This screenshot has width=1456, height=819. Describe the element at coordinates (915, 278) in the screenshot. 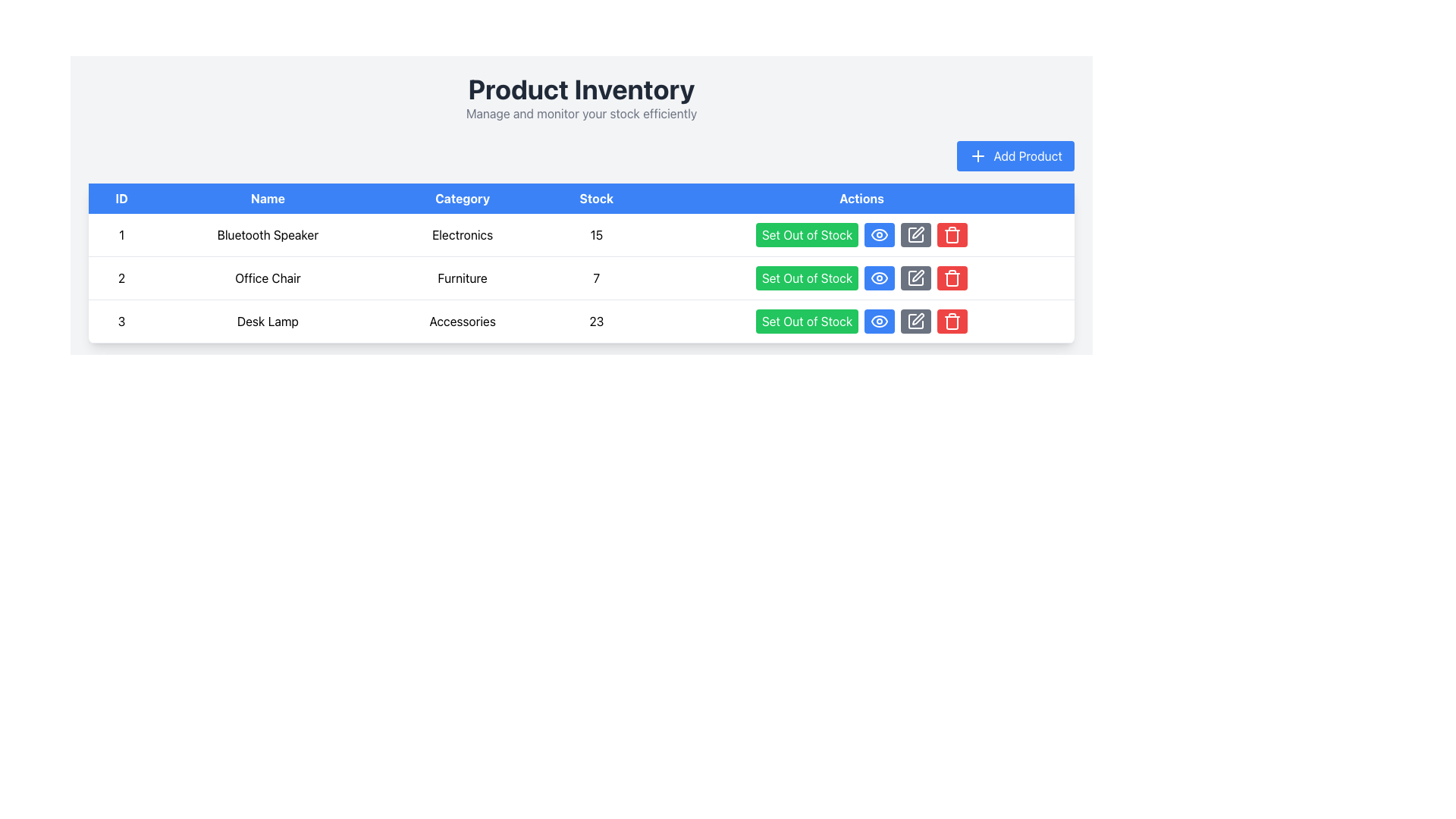

I see `the edit button located in the actions column of the third row of the product table for the 'Desk Lamp' to initiate the edit function` at that location.